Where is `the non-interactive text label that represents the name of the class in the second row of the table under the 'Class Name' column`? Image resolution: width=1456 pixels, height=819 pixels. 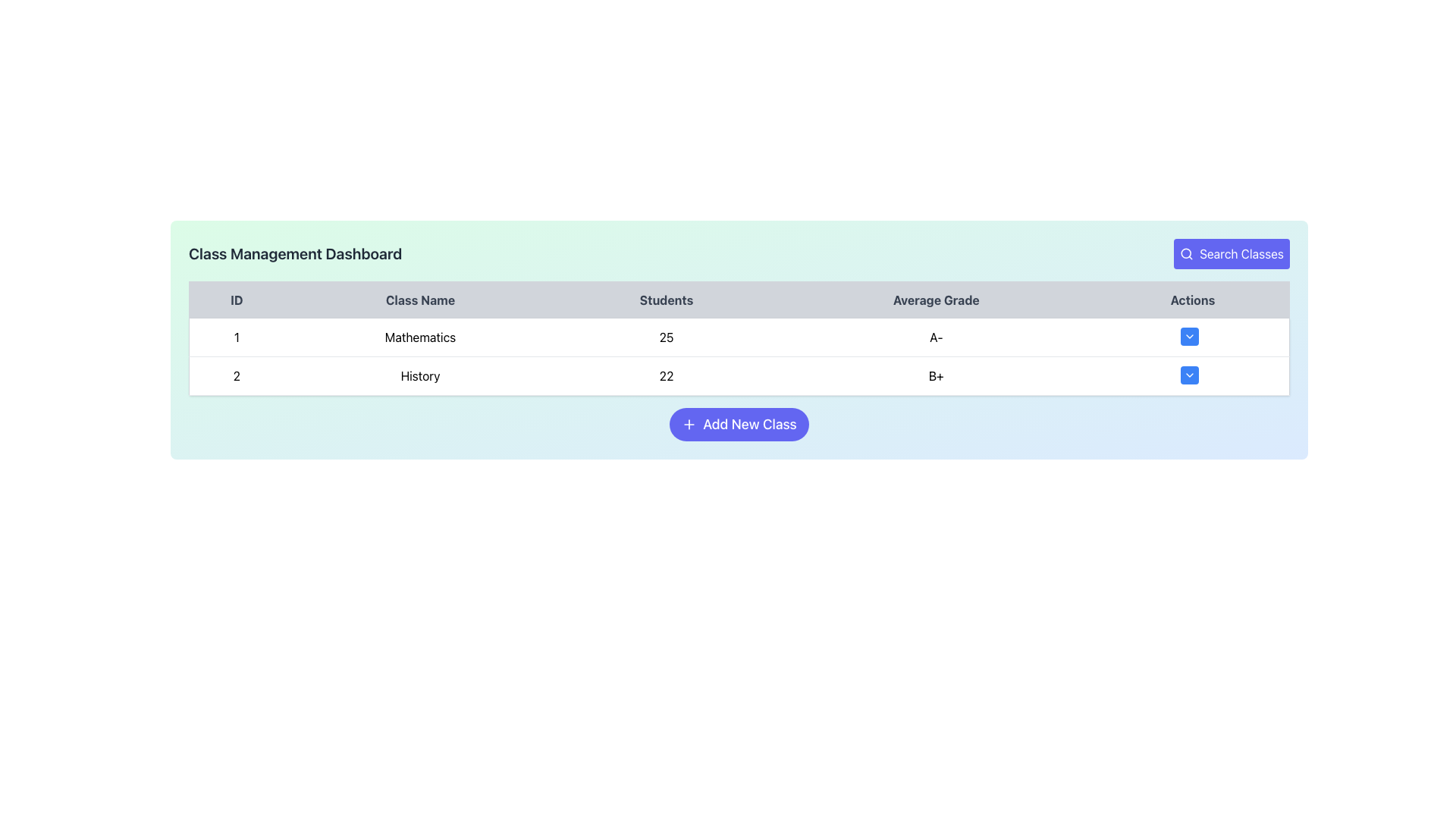 the non-interactive text label that represents the name of the class in the second row of the table under the 'Class Name' column is located at coordinates (420, 375).